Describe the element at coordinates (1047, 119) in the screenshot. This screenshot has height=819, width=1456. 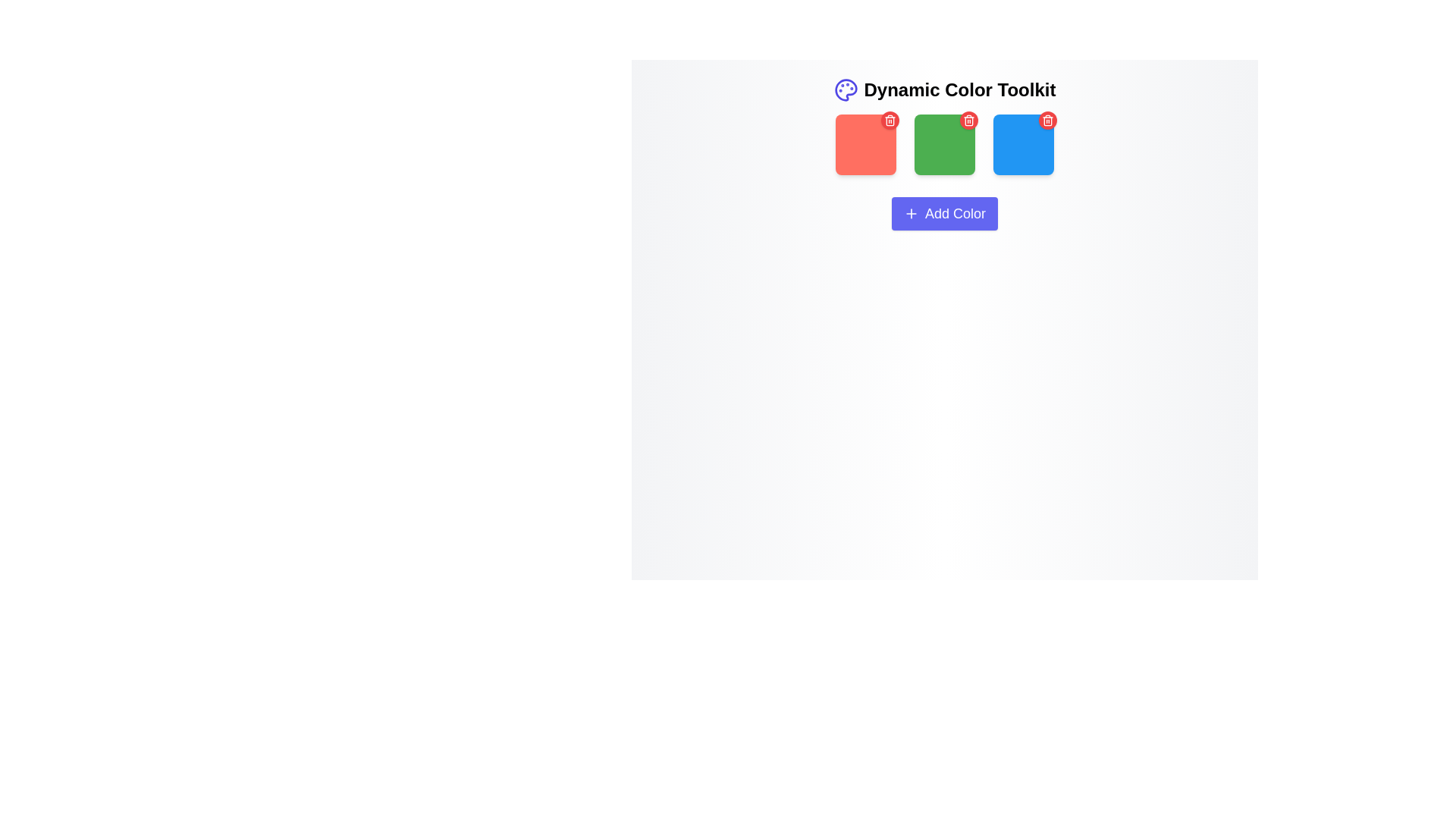
I see `the small circular red button with a white trash bin icon located above and slightly to the right of the blue square tile` at that location.